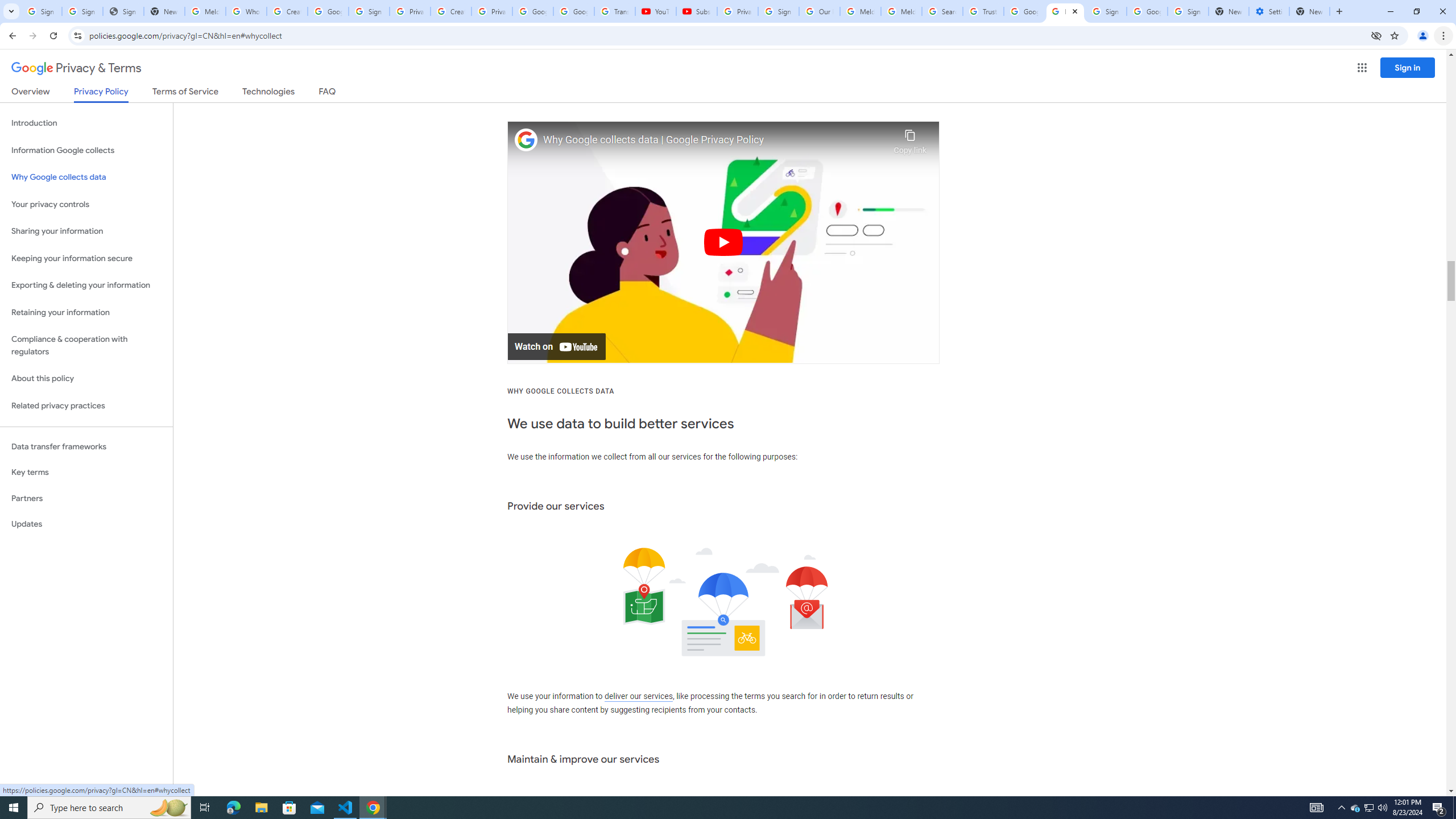 This screenshot has width=1456, height=819. Describe the element at coordinates (983, 11) in the screenshot. I see `'Trusted Information and Content - Google Safety Center'` at that location.